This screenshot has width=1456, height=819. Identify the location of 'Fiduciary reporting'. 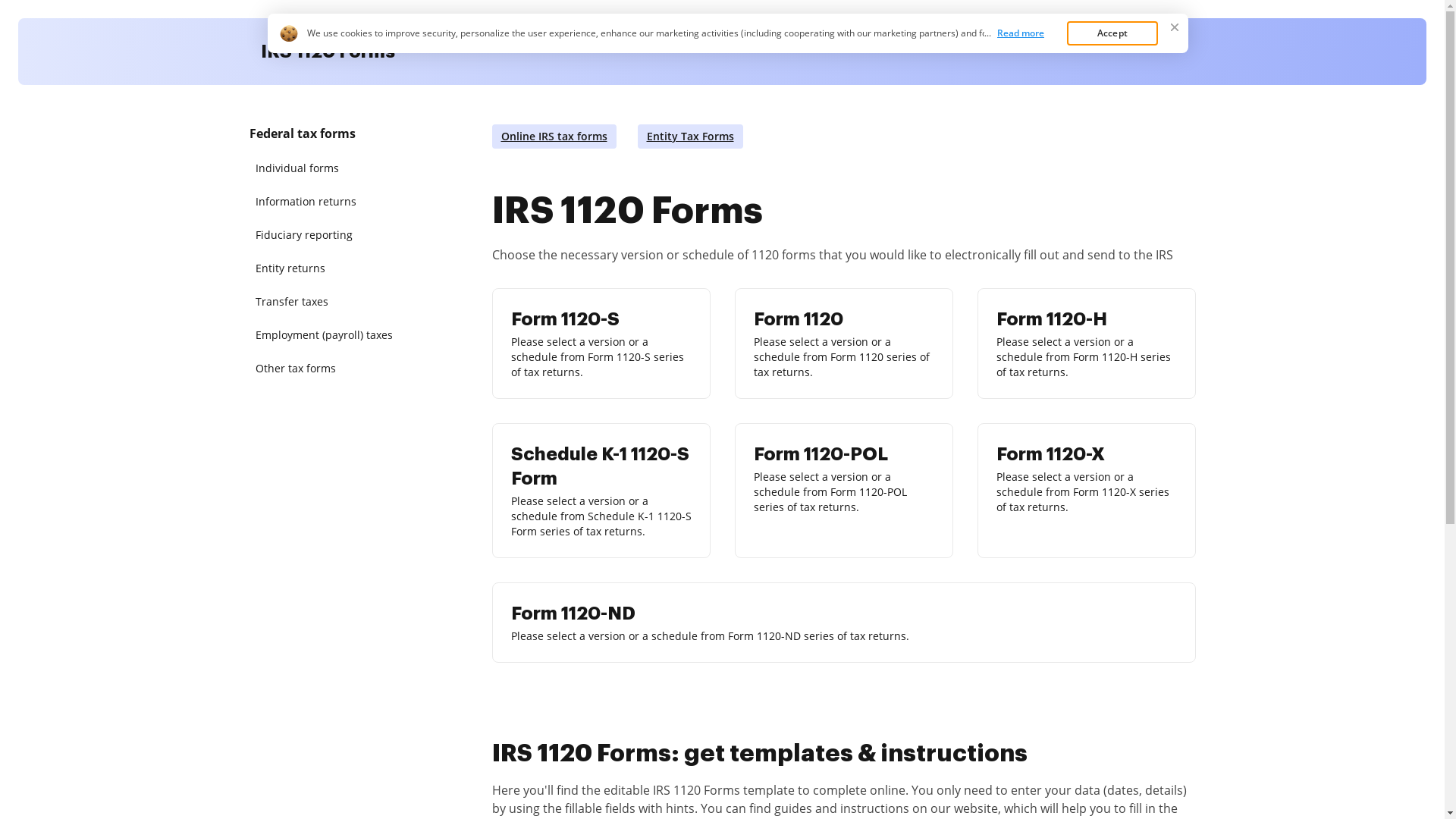
(327, 234).